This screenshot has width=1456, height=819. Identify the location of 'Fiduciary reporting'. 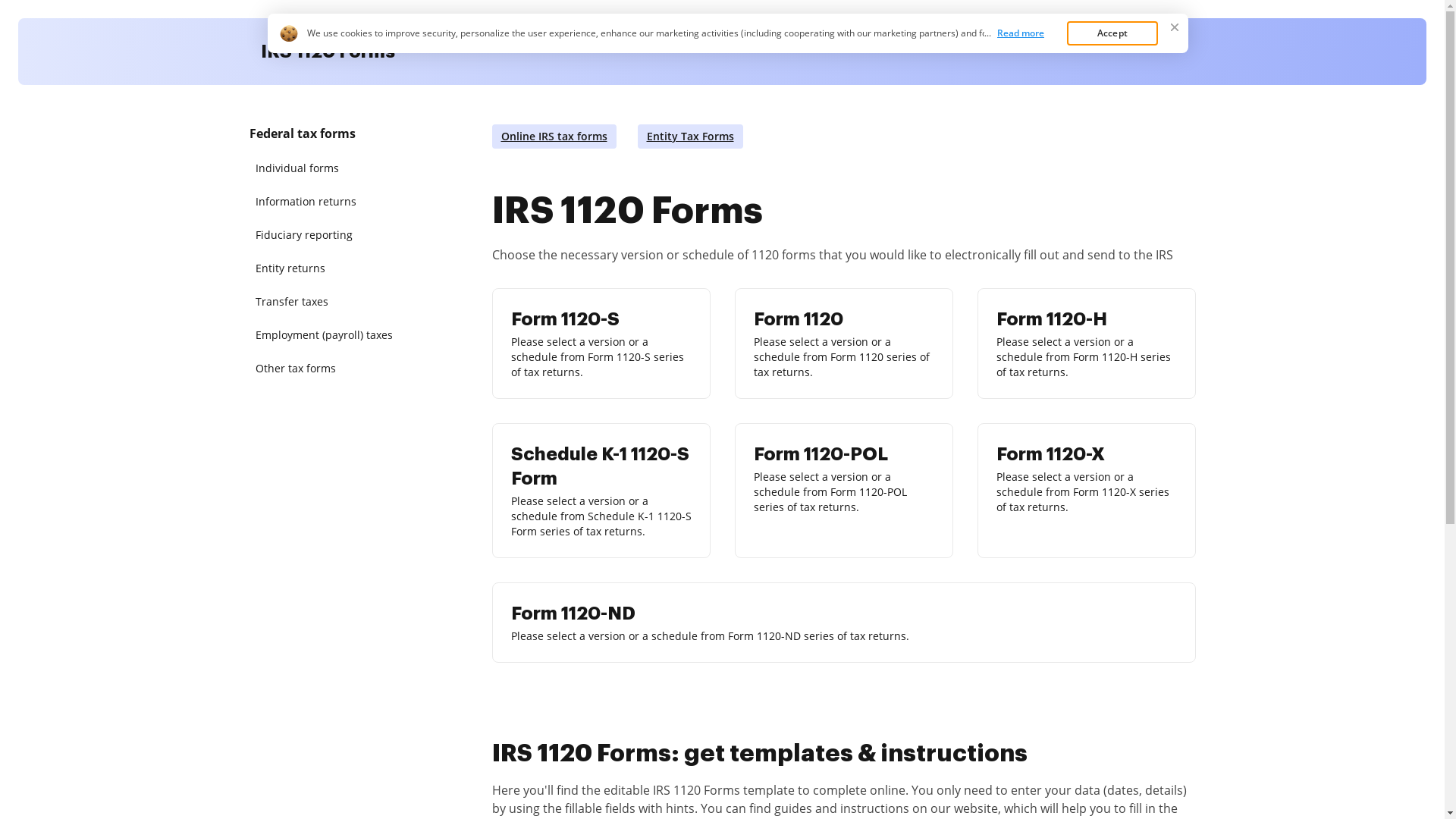
(327, 234).